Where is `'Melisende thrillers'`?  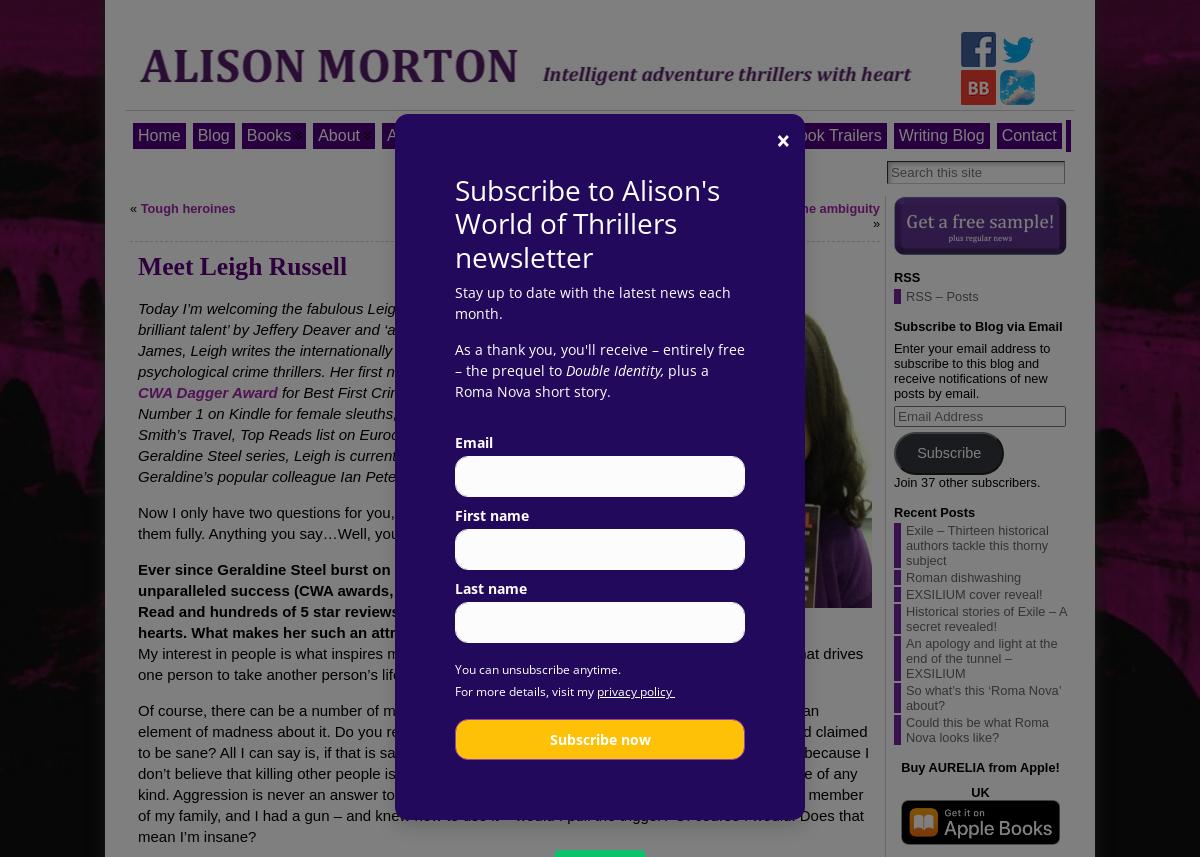
'Melisende thrillers' is located at coordinates (611, 134).